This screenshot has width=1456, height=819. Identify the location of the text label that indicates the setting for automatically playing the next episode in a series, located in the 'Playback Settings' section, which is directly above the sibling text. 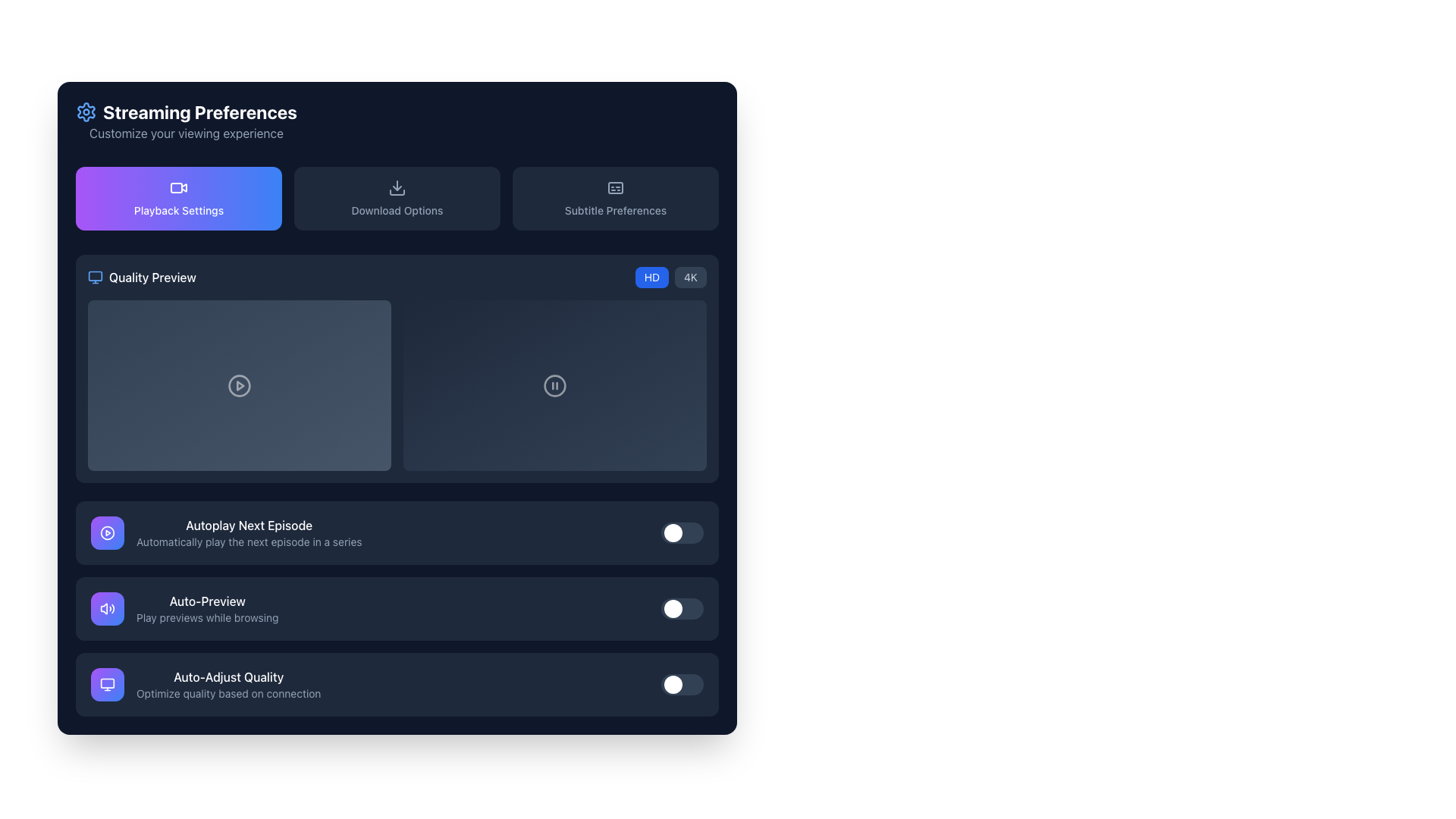
(249, 525).